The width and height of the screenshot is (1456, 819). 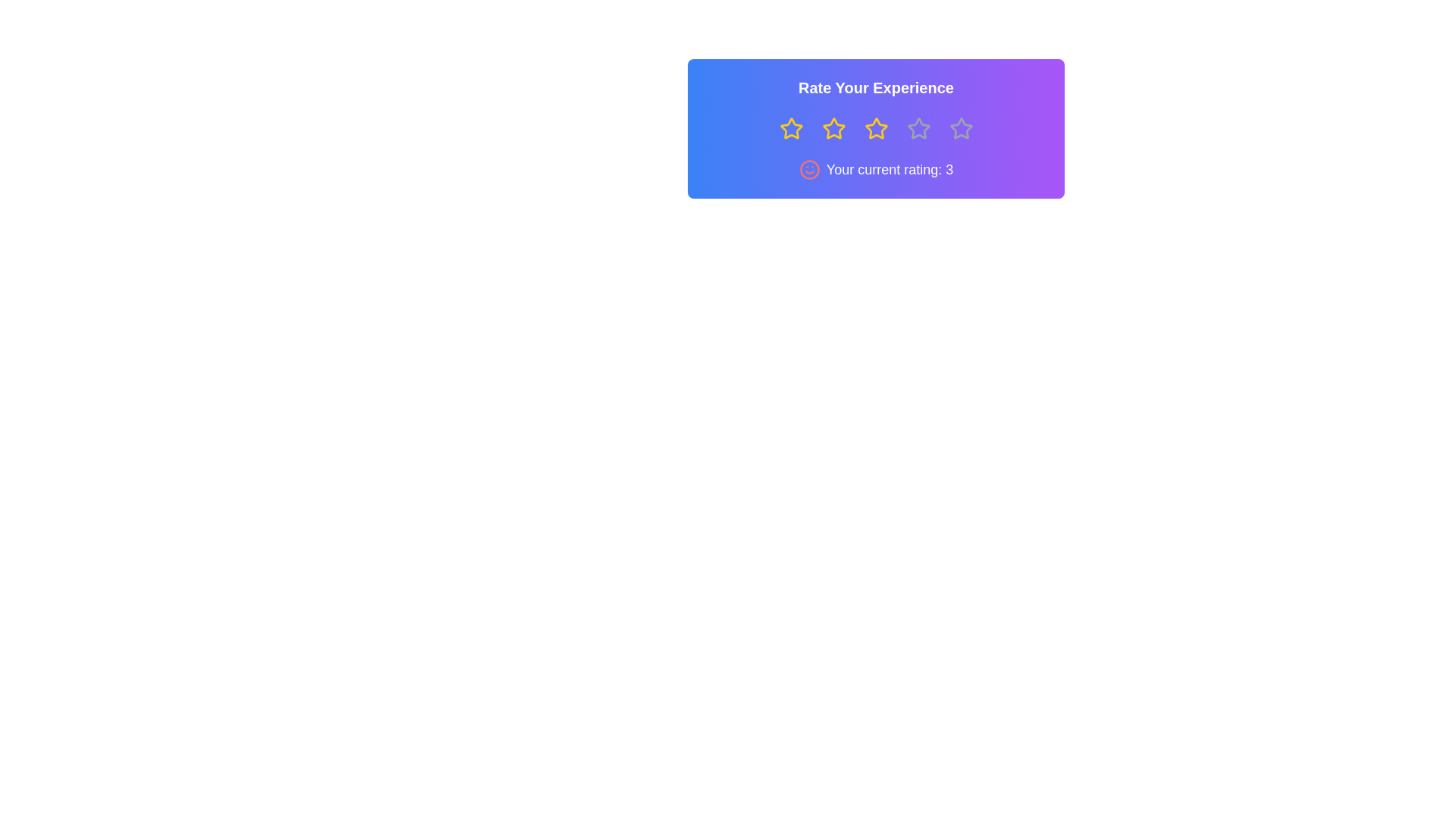 I want to click on the star representing 2 stars to preview the rating effect, so click(x=833, y=127).